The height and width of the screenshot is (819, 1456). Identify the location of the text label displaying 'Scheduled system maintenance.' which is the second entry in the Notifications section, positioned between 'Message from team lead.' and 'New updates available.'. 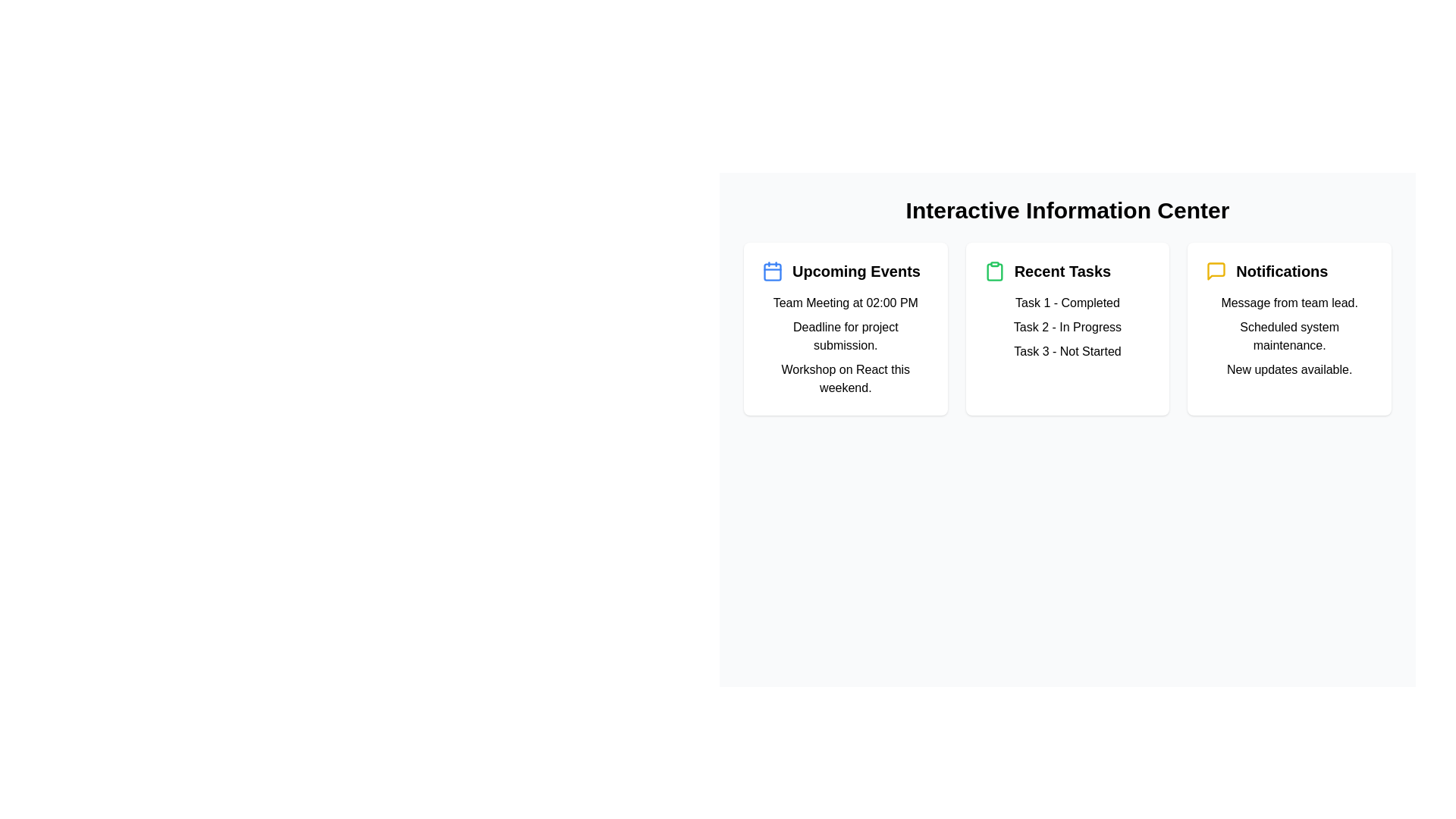
(1288, 335).